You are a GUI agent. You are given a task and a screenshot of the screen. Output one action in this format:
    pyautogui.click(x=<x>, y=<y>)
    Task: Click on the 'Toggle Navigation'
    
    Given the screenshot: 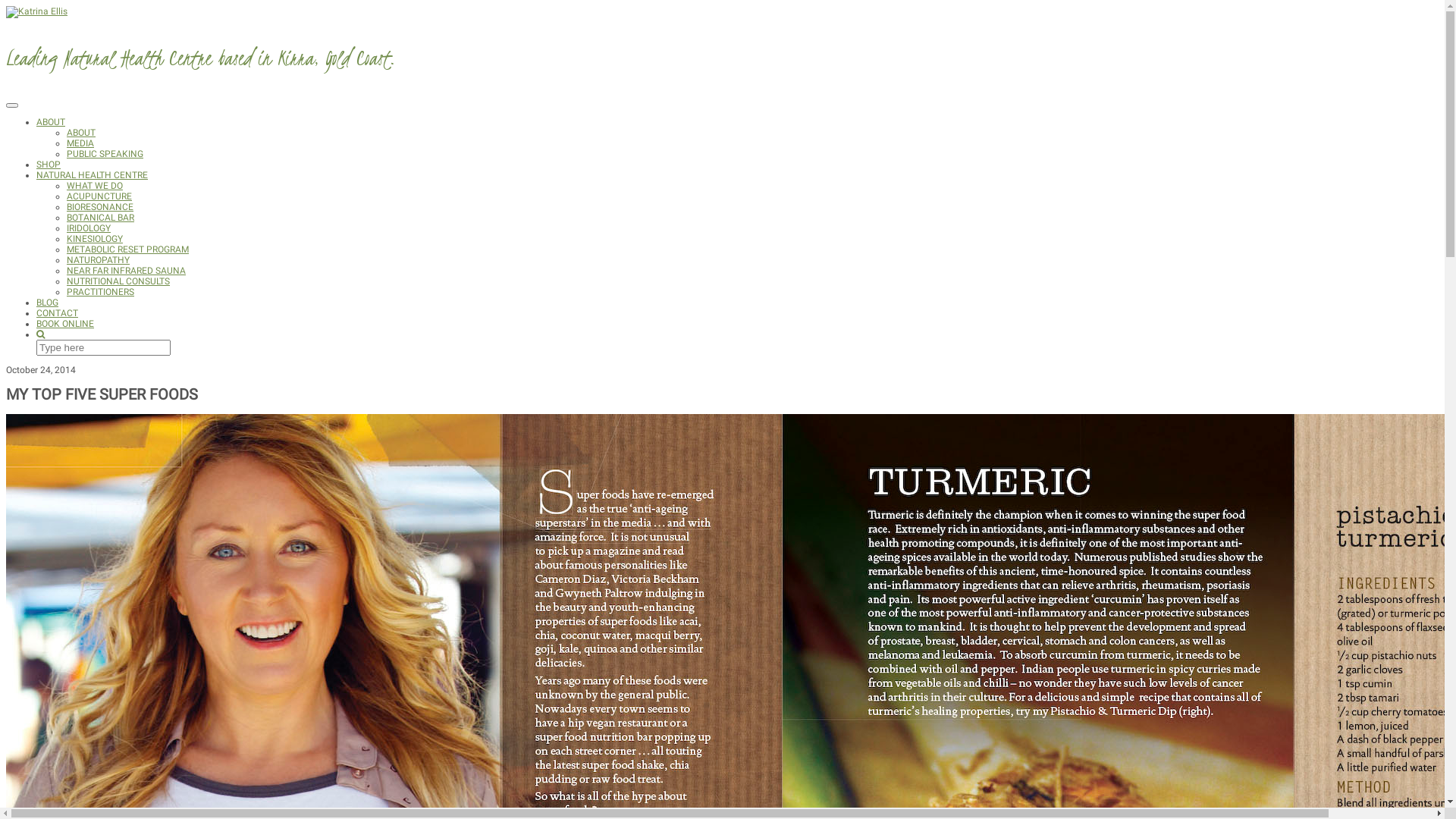 What is the action you would take?
    pyautogui.click(x=11, y=104)
    